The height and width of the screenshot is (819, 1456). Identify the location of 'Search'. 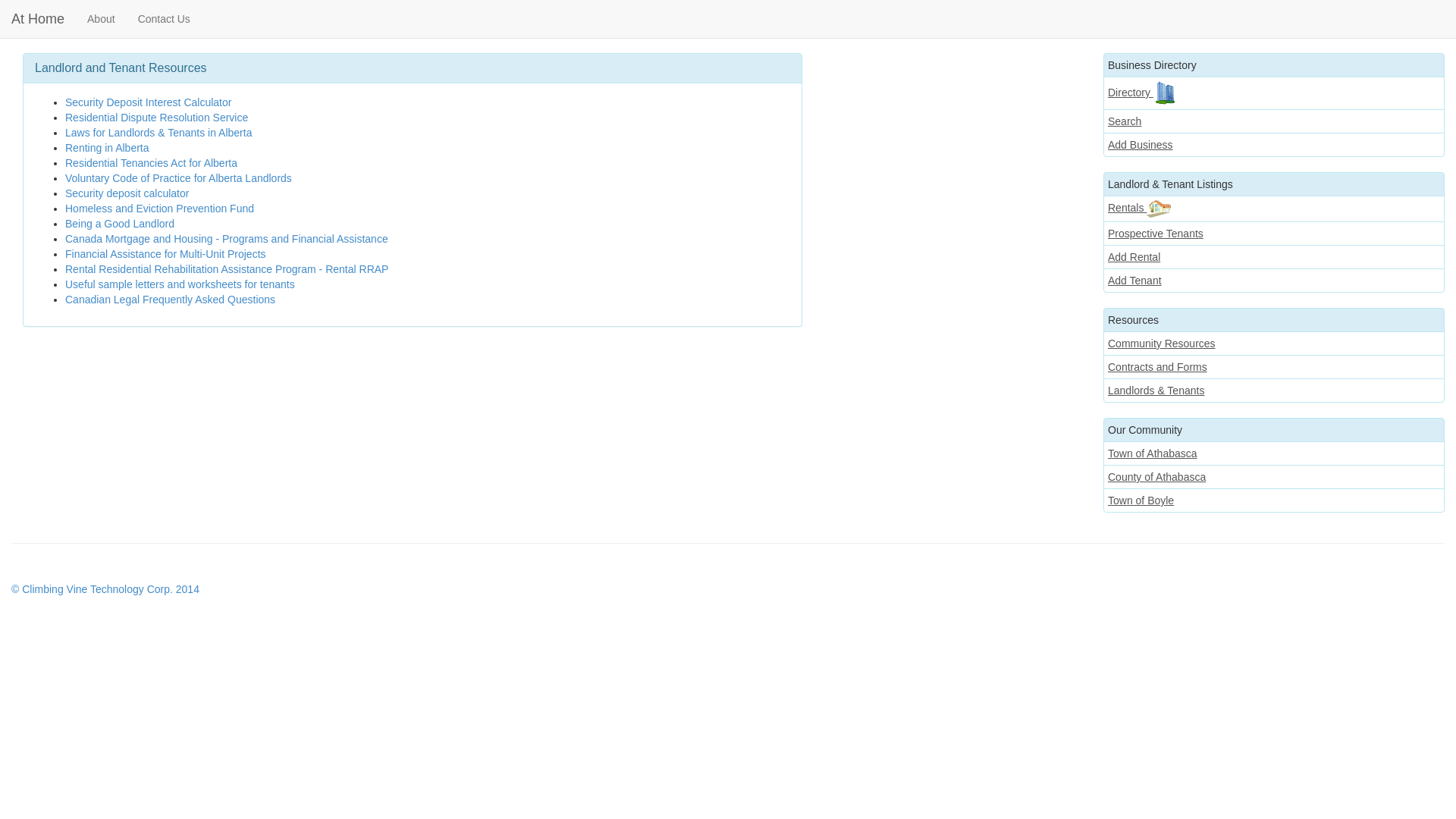
(1274, 120).